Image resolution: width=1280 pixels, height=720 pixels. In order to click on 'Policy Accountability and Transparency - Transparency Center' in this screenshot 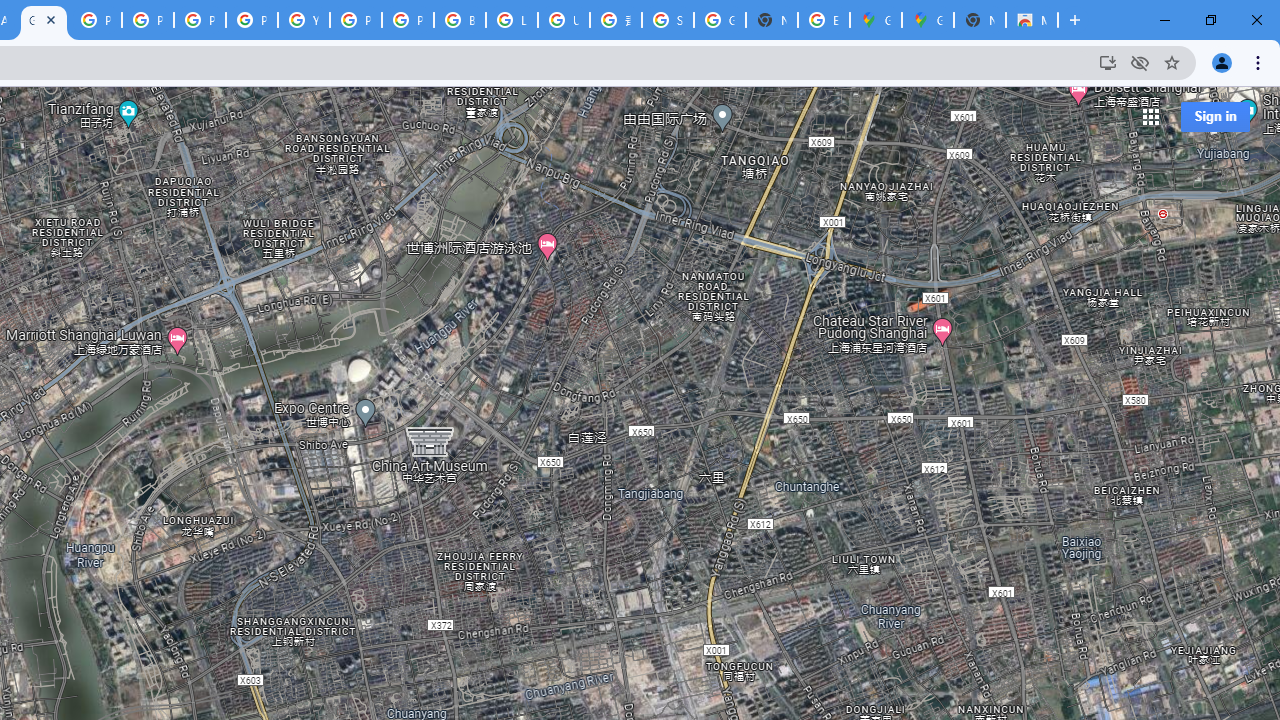, I will do `click(95, 20)`.